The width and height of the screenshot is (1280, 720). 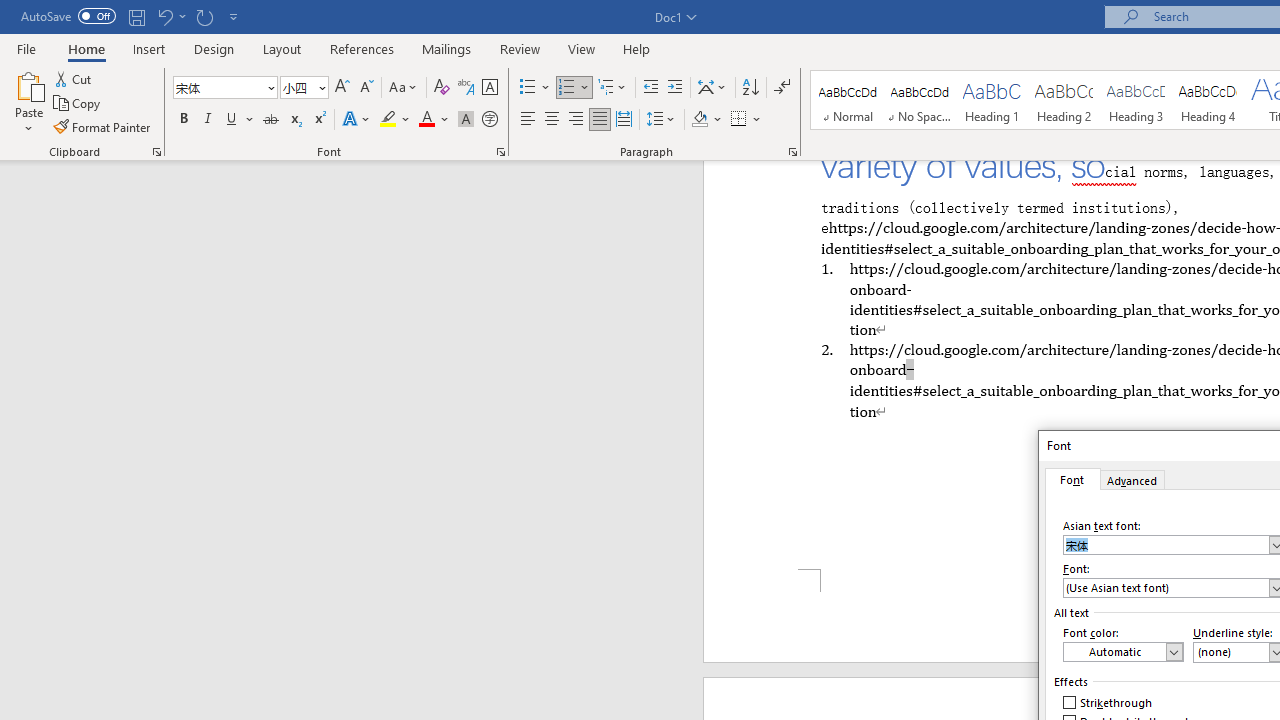 I want to click on 'Change Case', so click(x=403, y=86).